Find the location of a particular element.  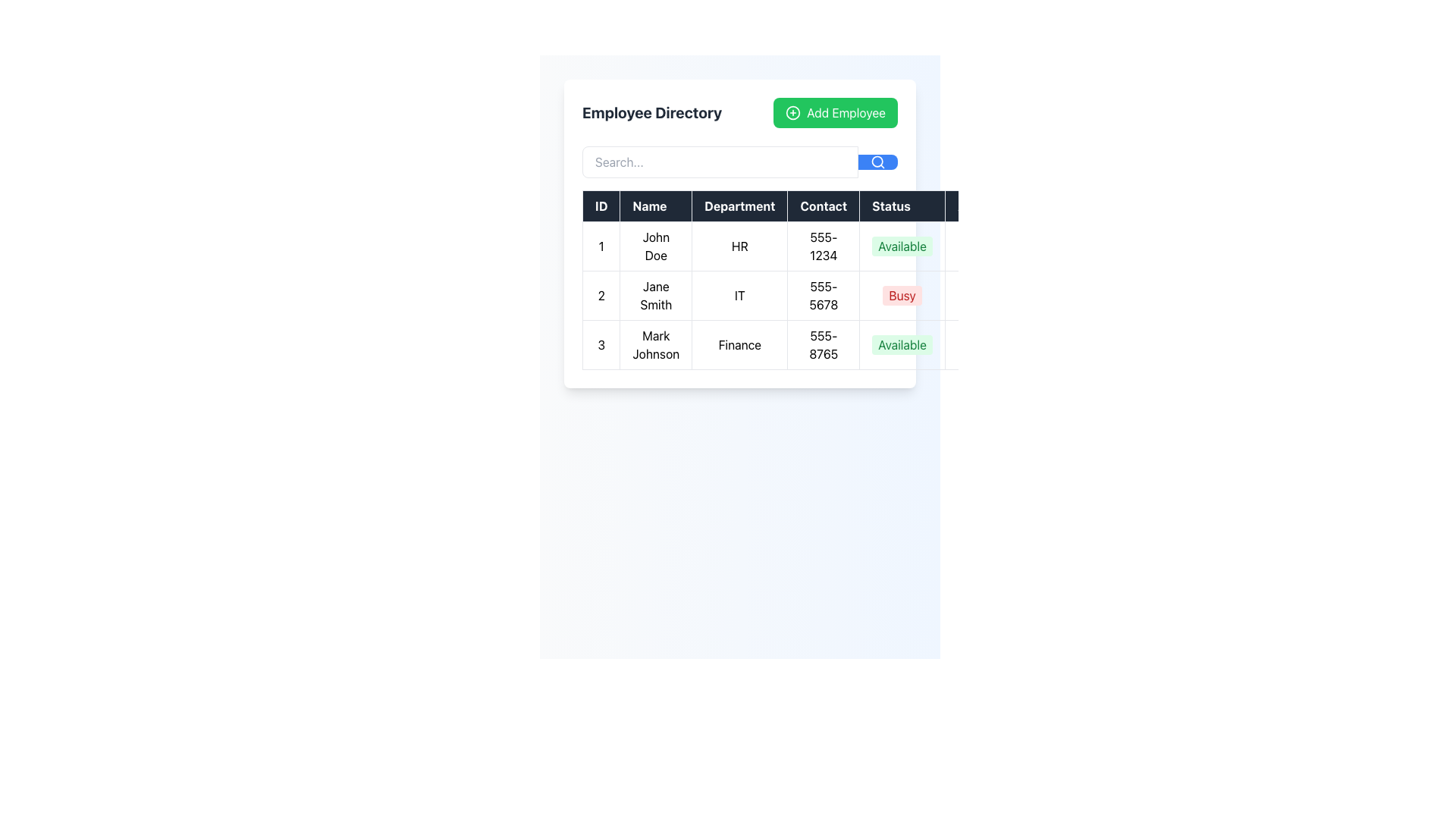

the circular add employee icon with a plus symbol located within the green button in the upper-right corner of the 'Employee Directory' card is located at coordinates (792, 112).